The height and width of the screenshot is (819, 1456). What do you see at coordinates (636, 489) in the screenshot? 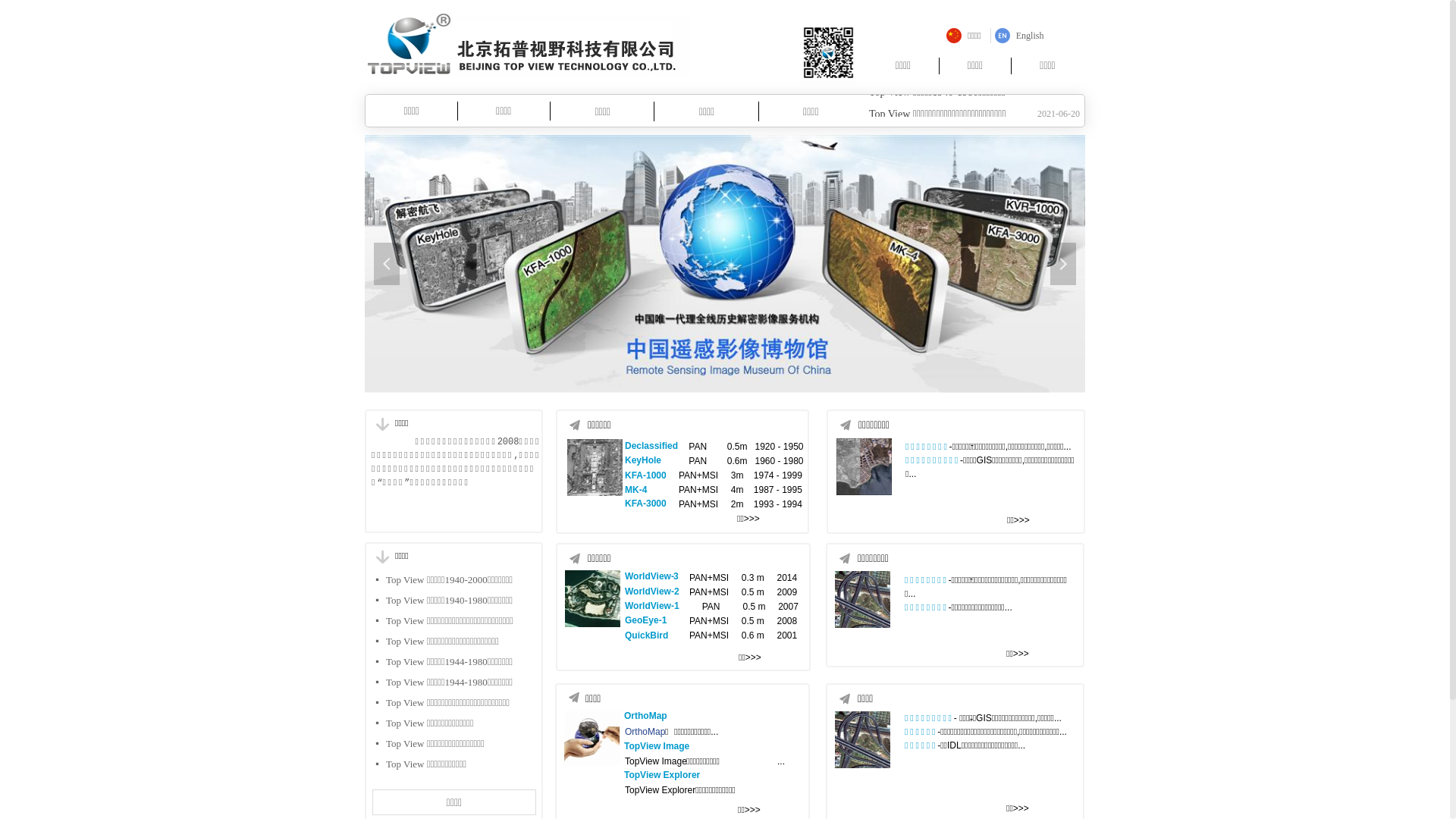
I see `'MK-4'` at bounding box center [636, 489].